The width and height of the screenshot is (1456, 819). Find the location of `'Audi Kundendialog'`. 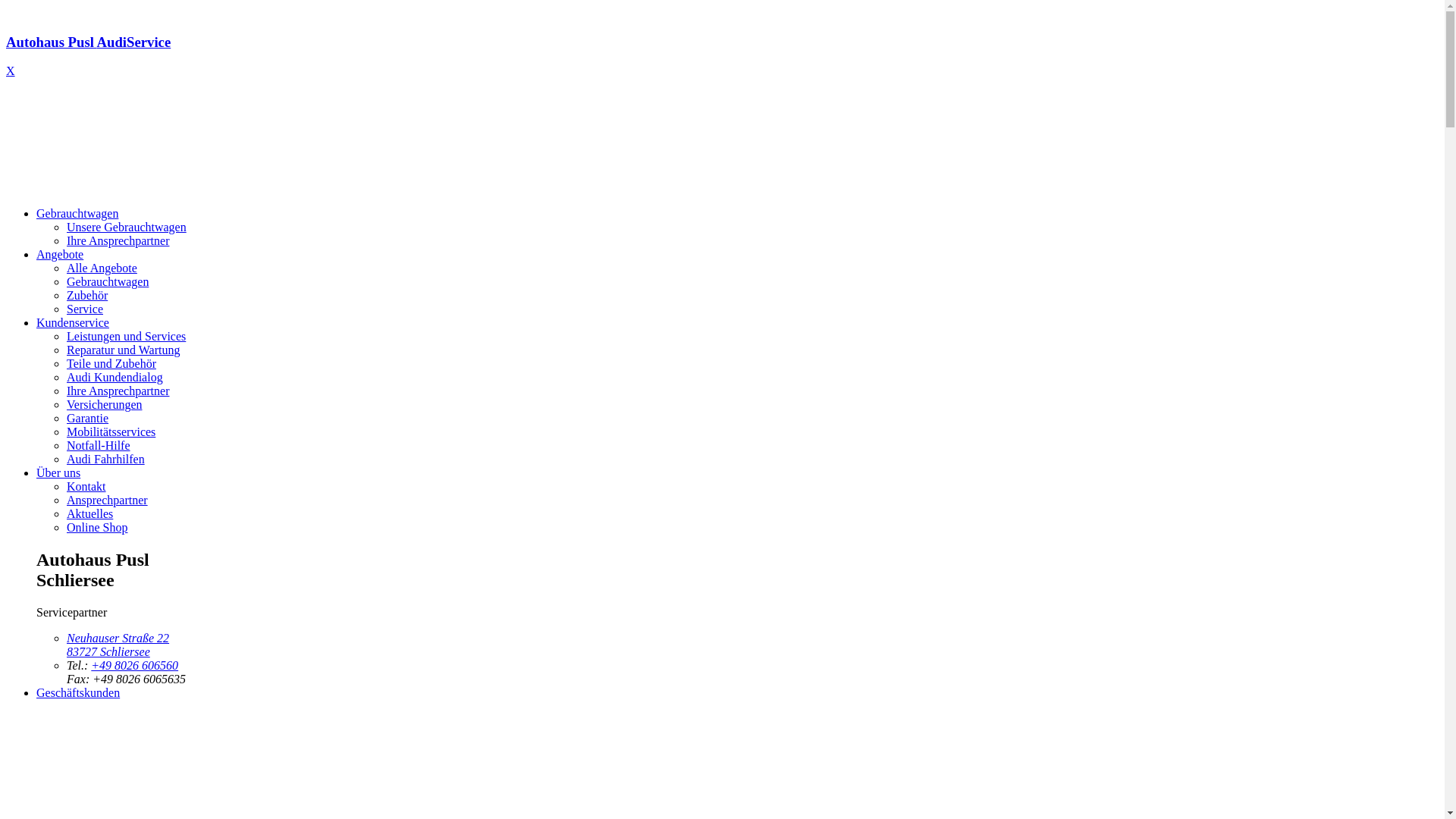

'Audi Kundendialog' is located at coordinates (114, 376).